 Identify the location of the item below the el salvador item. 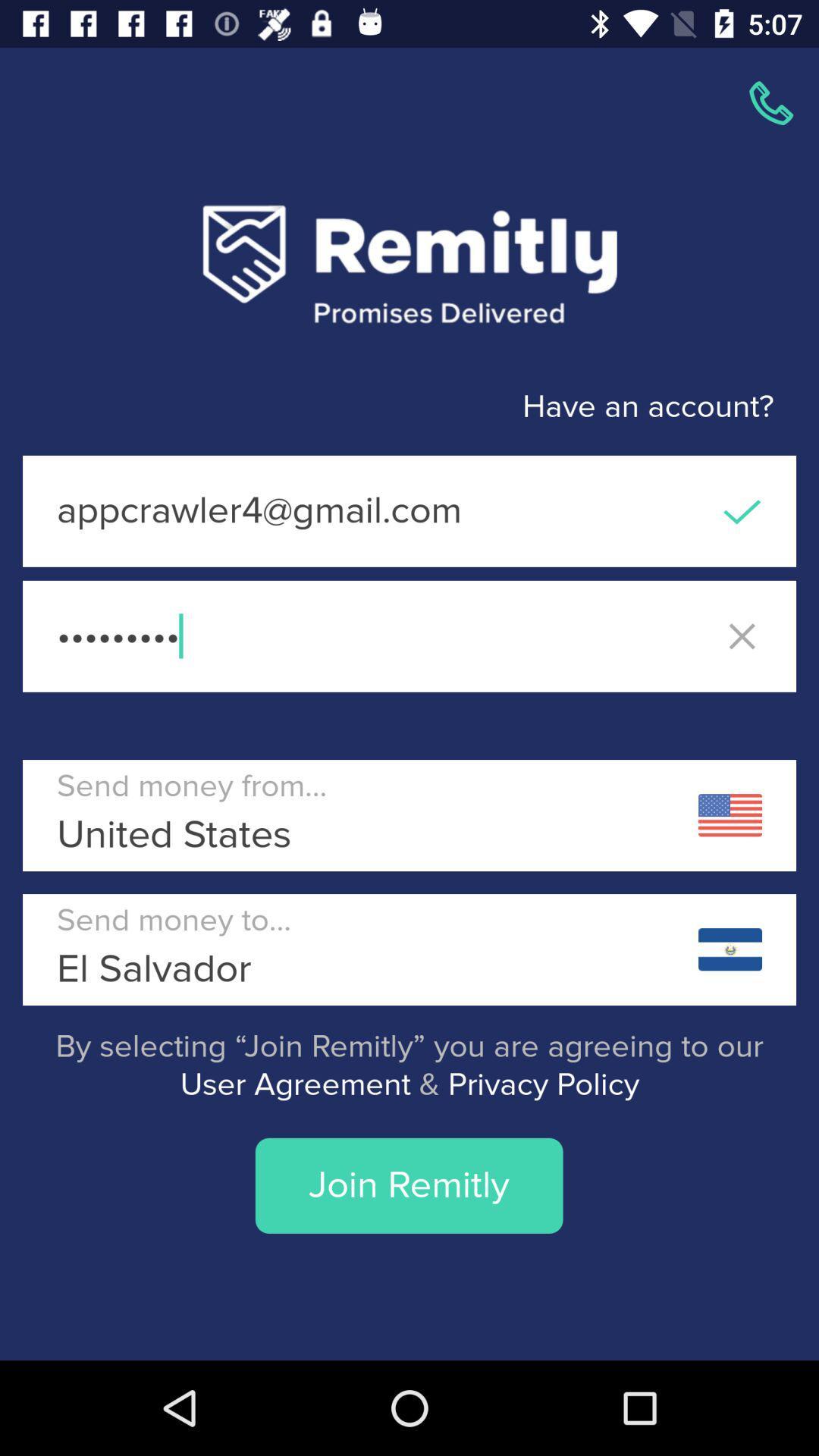
(409, 1065).